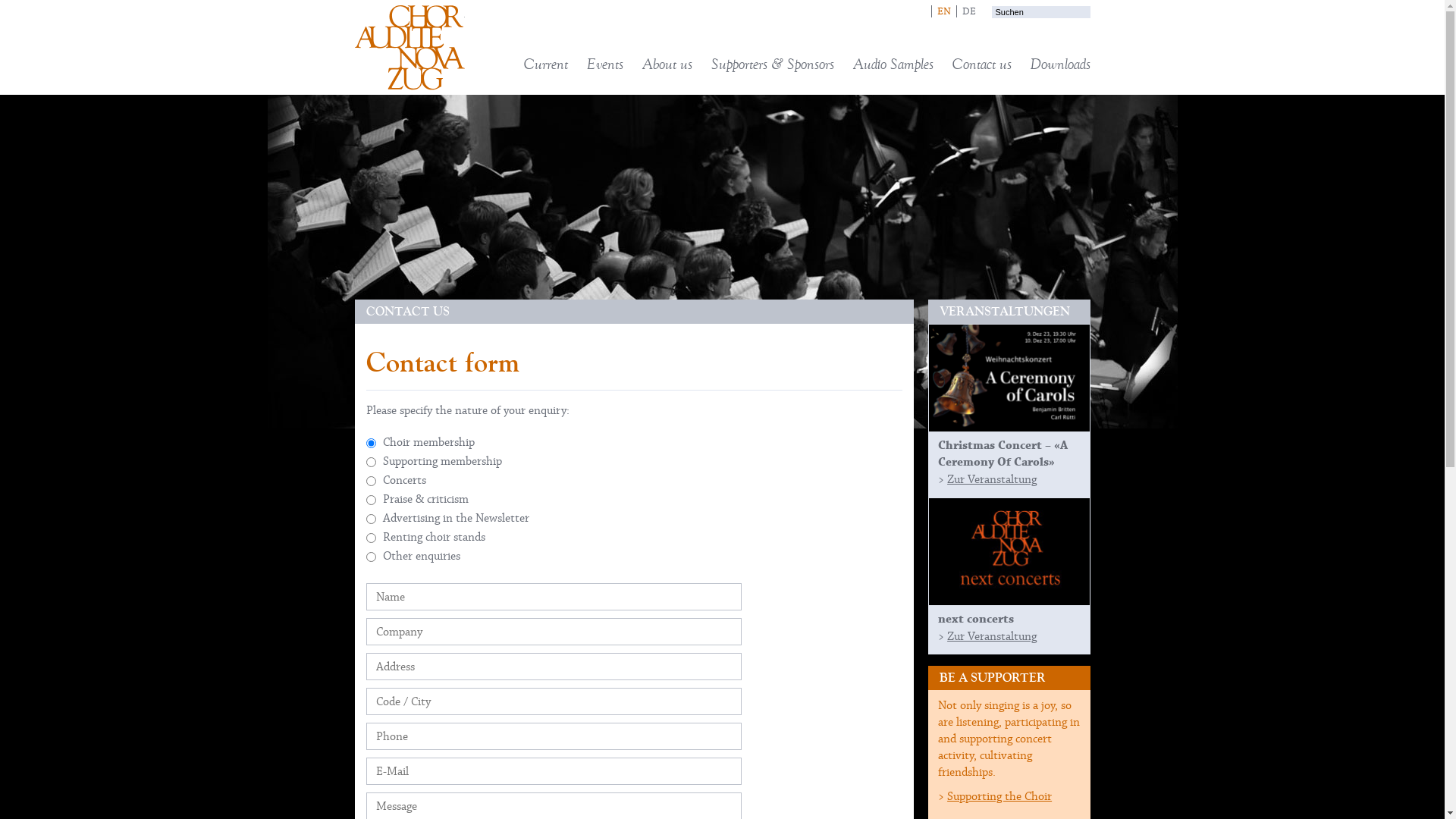  What do you see at coordinates (1037, 26) in the screenshot?
I see `'Find'` at bounding box center [1037, 26].